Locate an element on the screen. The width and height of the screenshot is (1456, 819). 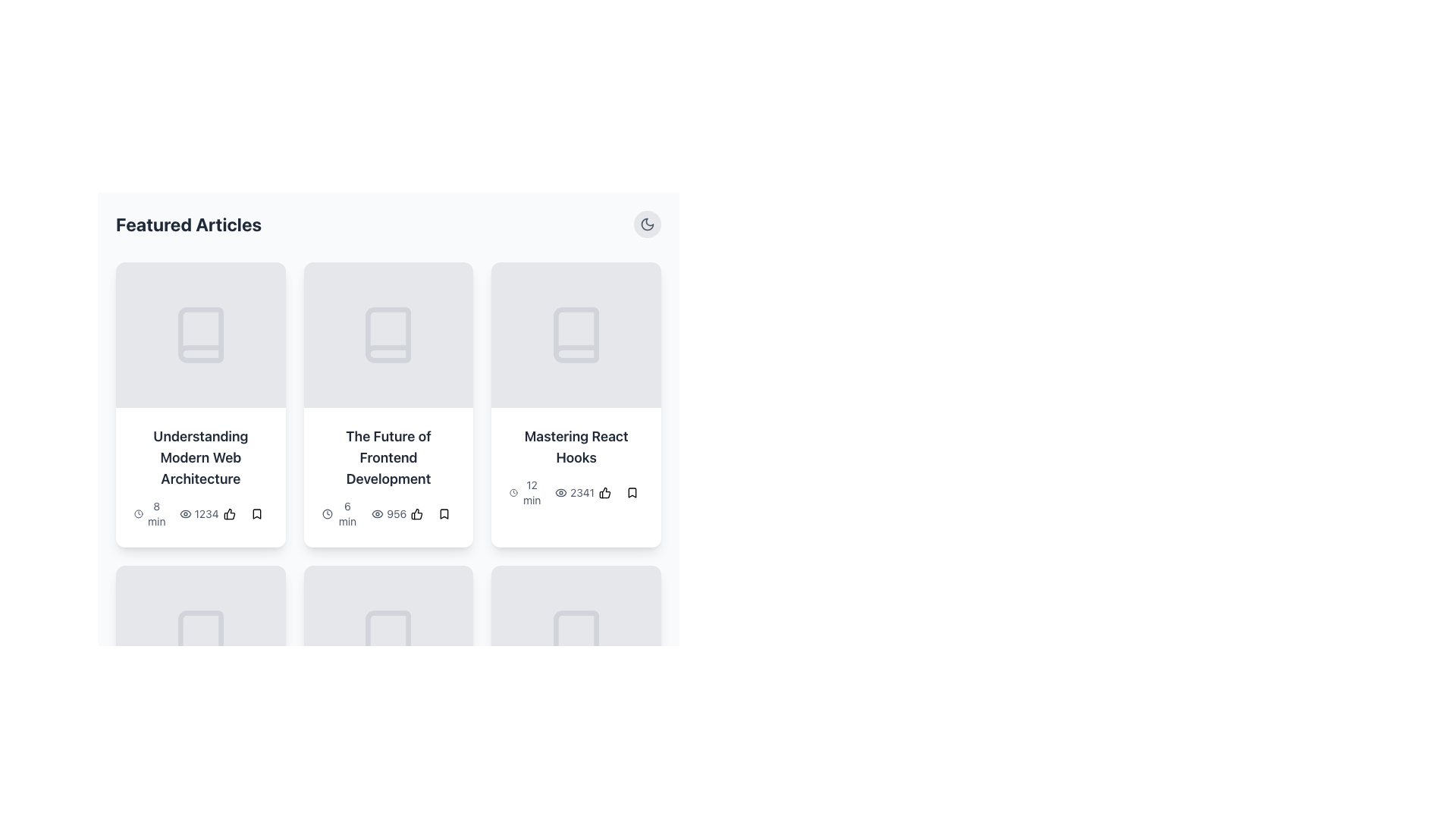
the title text label of the first article in the top row of the grid, which informs users about the article content is located at coordinates (199, 457).